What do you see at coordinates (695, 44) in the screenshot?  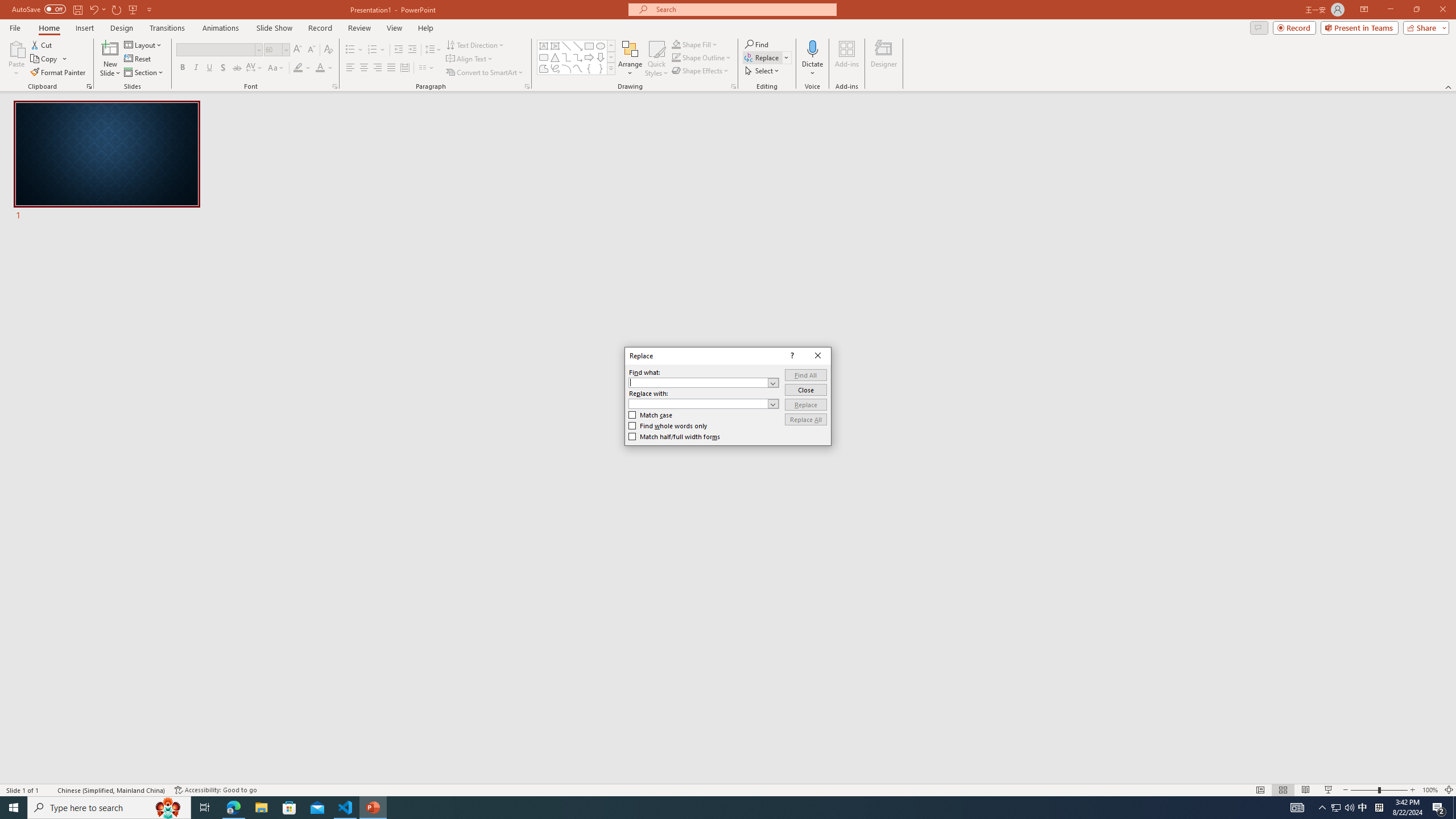 I see `'Shape Fill'` at bounding box center [695, 44].